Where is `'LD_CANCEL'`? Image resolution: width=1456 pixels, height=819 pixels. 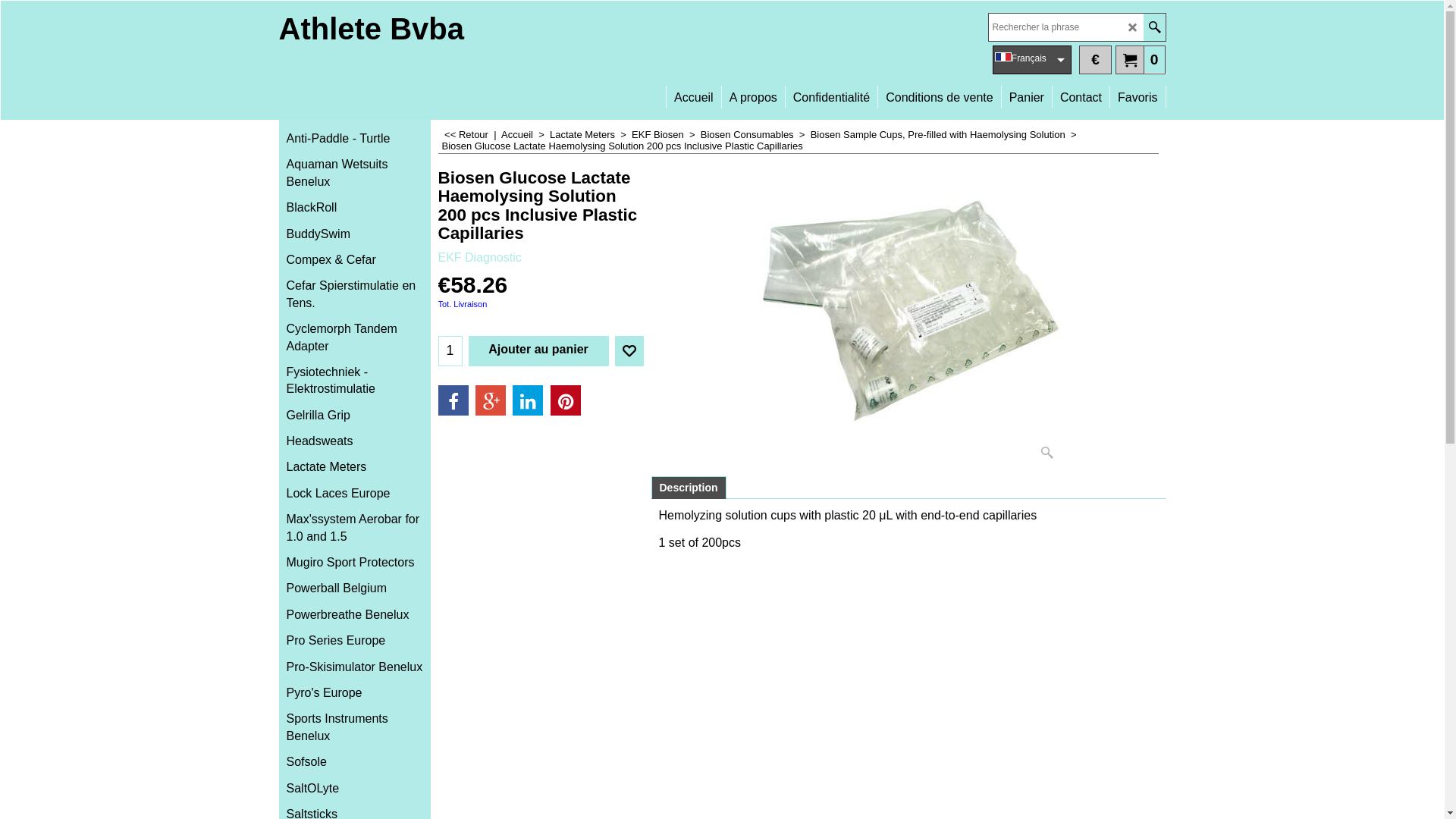
'LD_CANCEL' is located at coordinates (1132, 27).